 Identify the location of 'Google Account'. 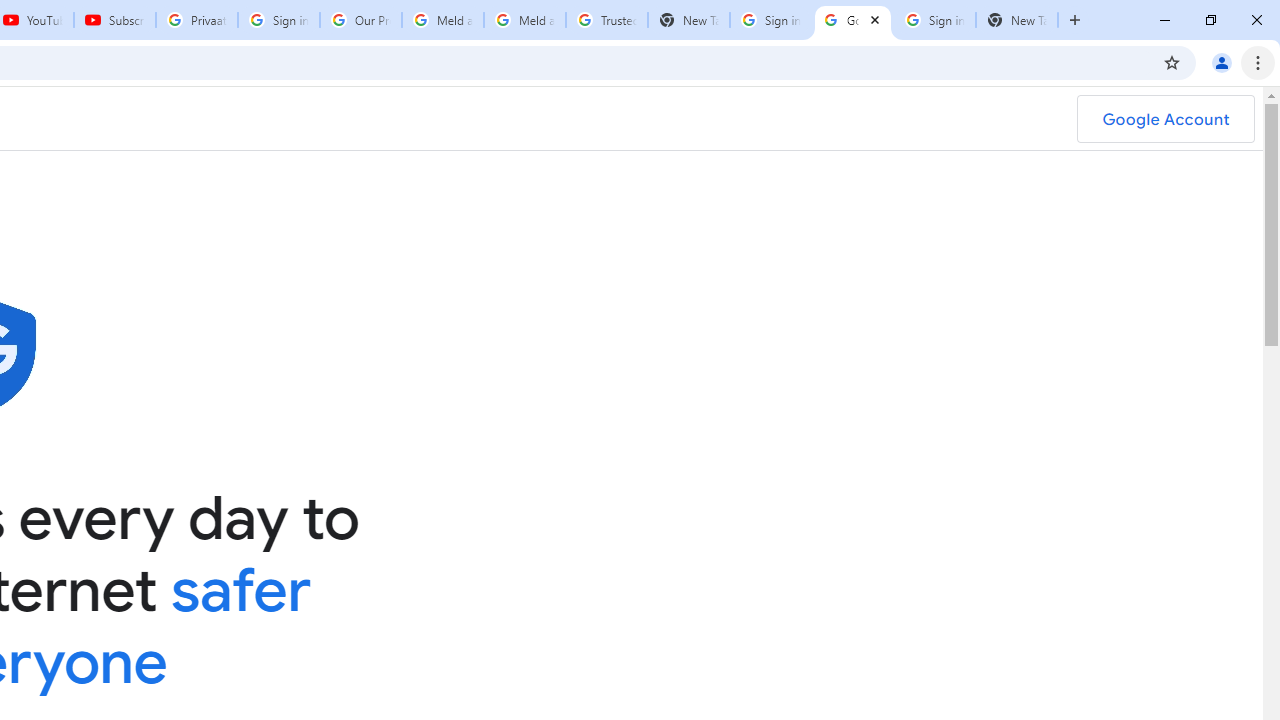
(1165, 119).